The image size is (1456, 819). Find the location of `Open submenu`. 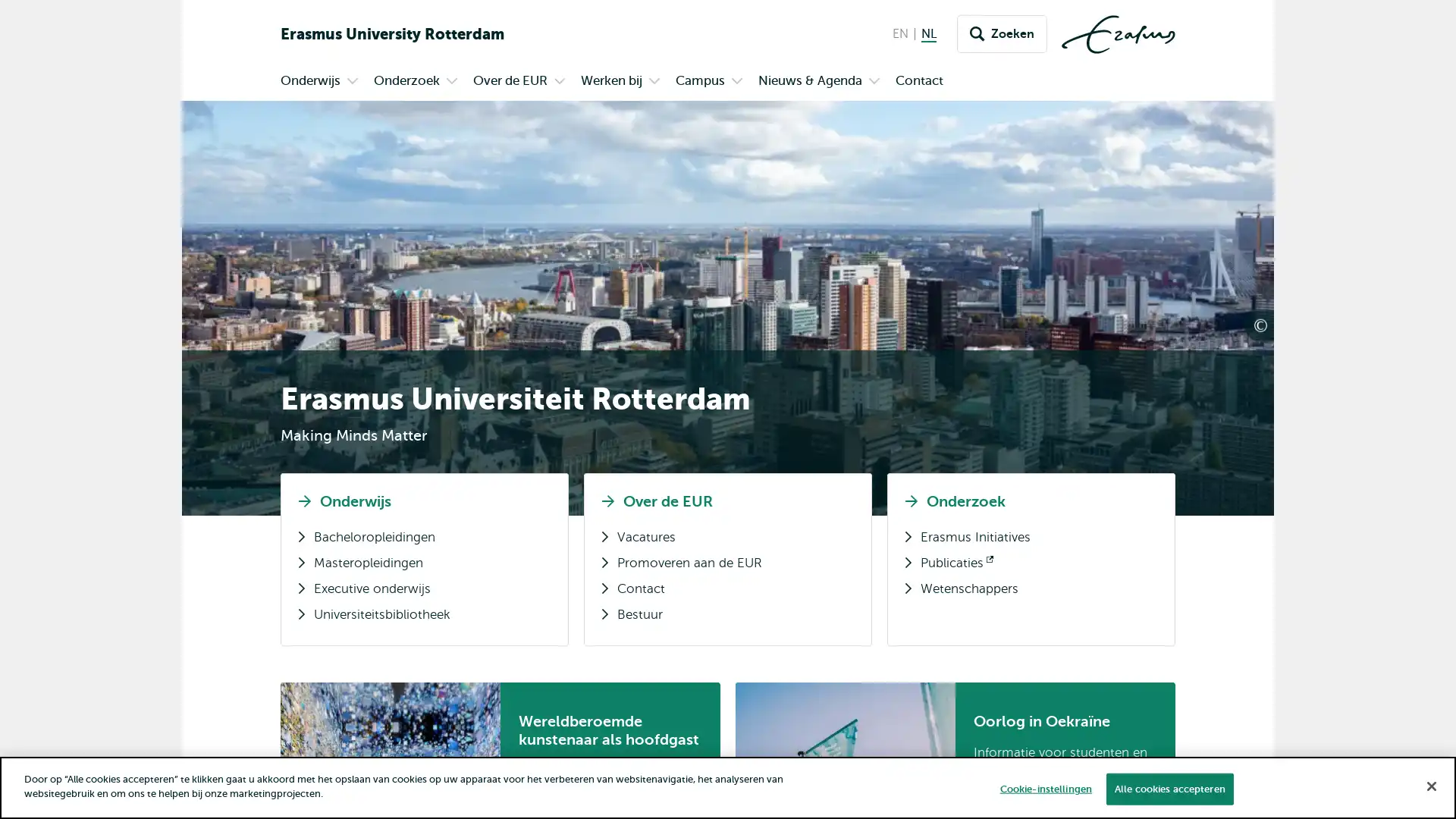

Open submenu is located at coordinates (450, 82).